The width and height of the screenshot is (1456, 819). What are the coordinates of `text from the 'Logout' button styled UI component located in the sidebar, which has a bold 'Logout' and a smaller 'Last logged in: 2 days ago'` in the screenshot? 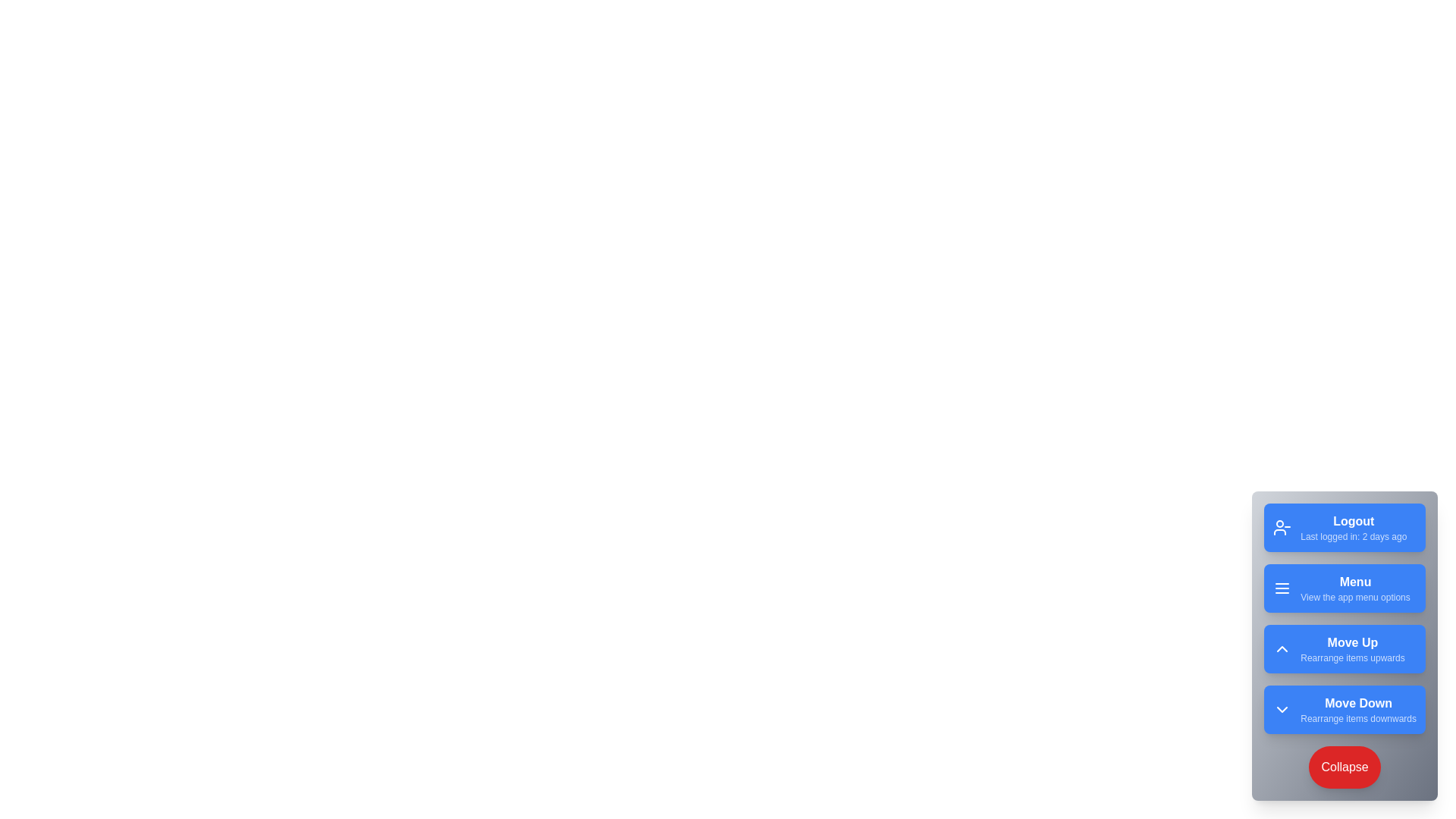 It's located at (1354, 526).